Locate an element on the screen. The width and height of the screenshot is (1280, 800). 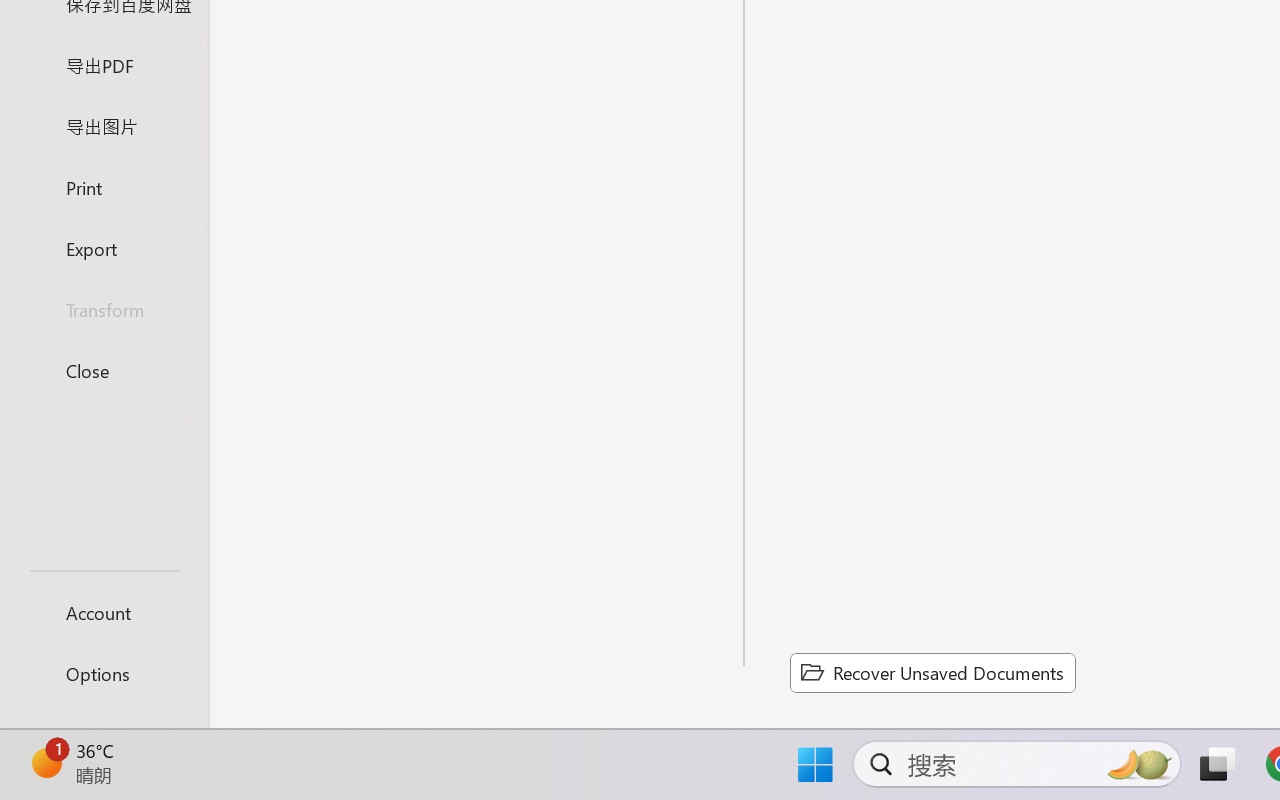
'Print' is located at coordinates (103, 186).